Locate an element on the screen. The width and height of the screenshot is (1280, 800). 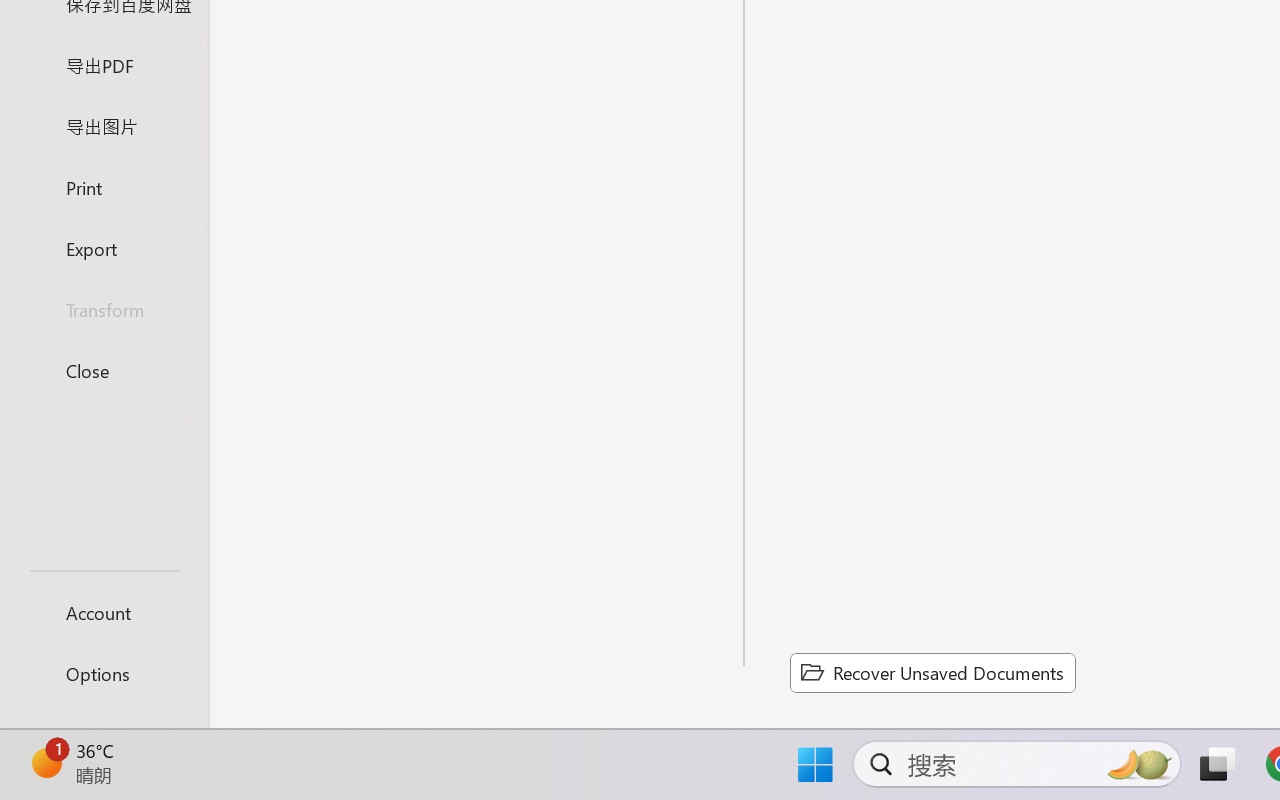
'Print' is located at coordinates (103, 186).